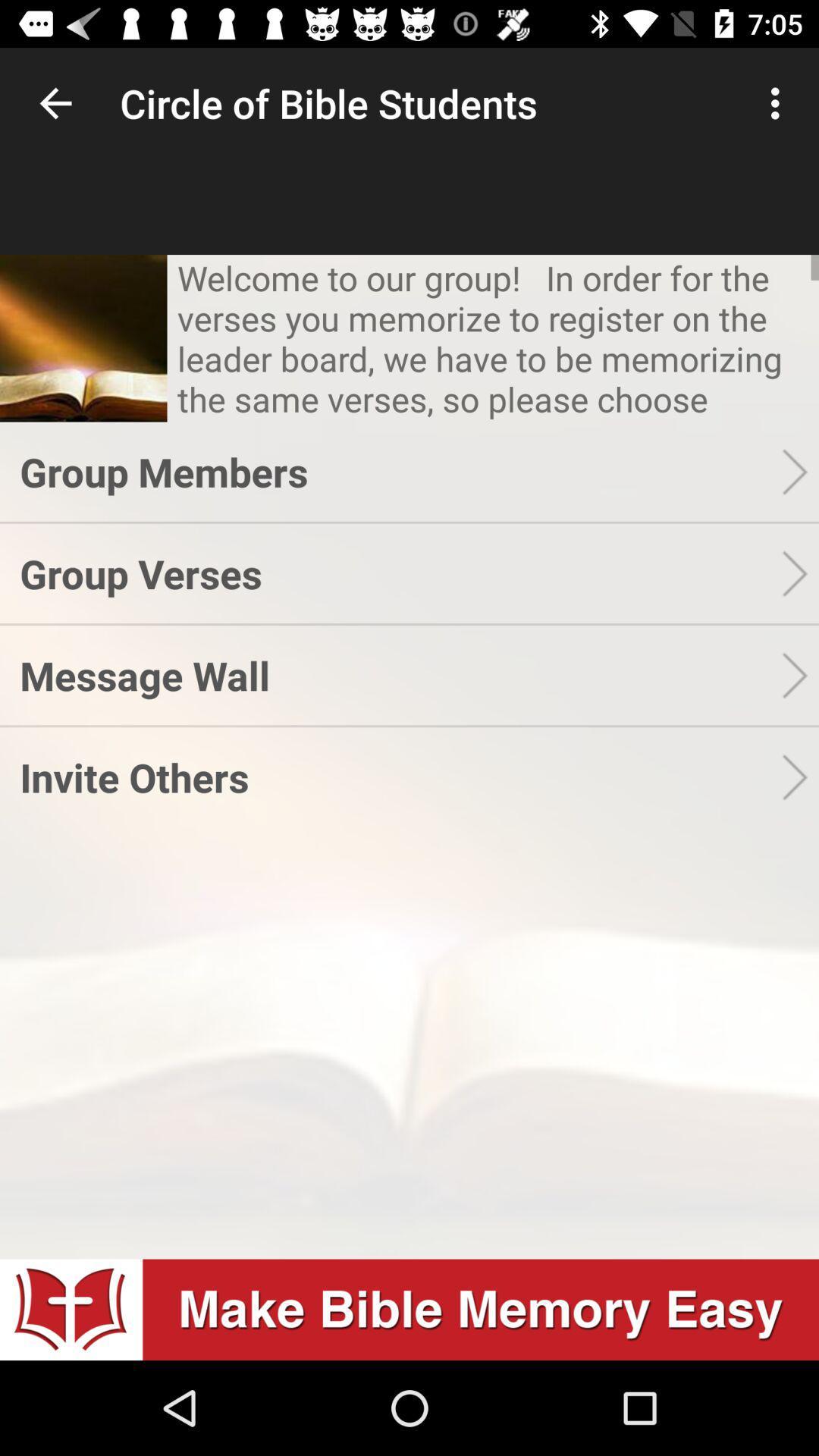  What do you see at coordinates (400, 674) in the screenshot?
I see `app below the group verses app` at bounding box center [400, 674].